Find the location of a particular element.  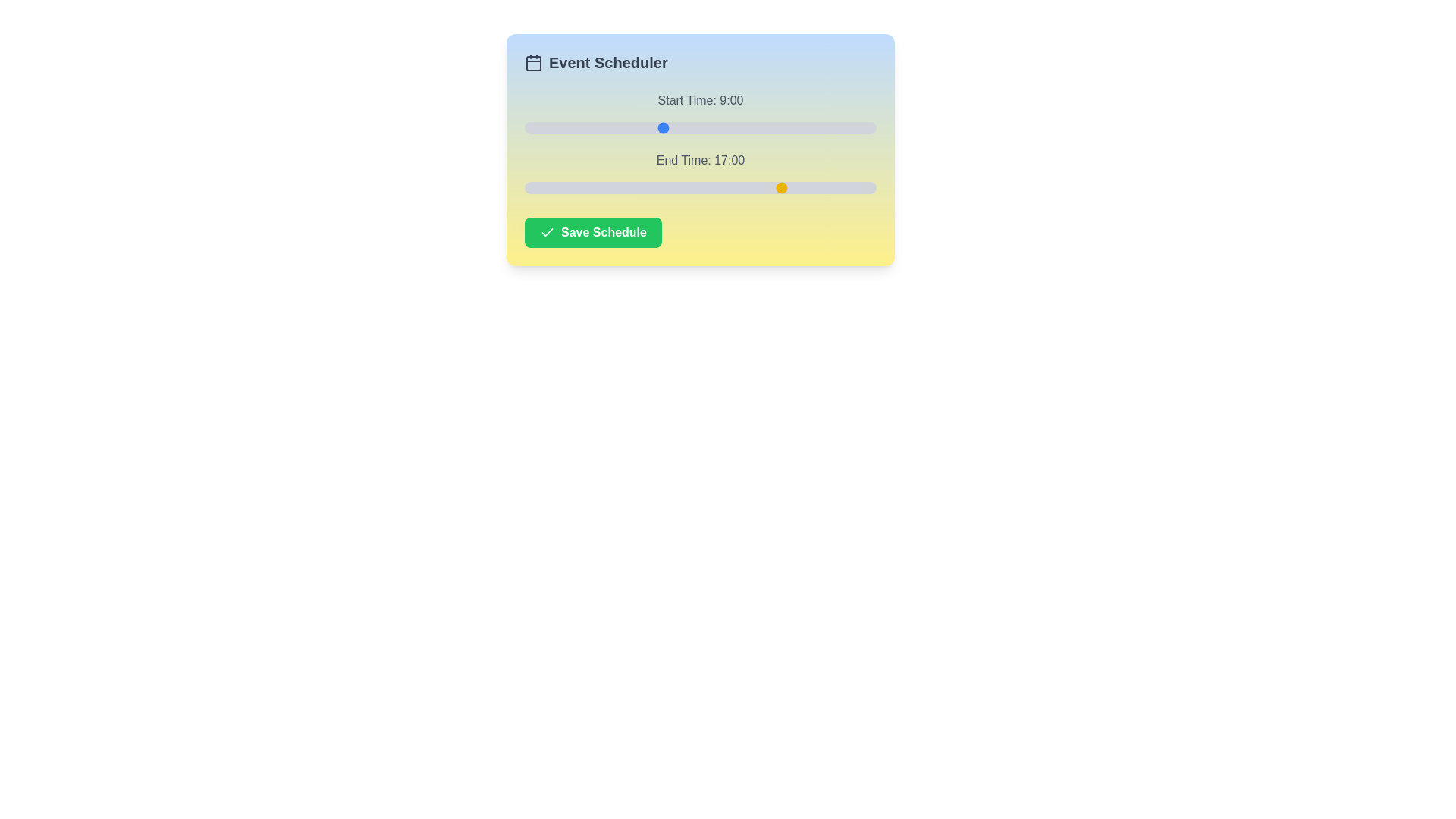

the end time slider to 1 is located at coordinates (540, 187).